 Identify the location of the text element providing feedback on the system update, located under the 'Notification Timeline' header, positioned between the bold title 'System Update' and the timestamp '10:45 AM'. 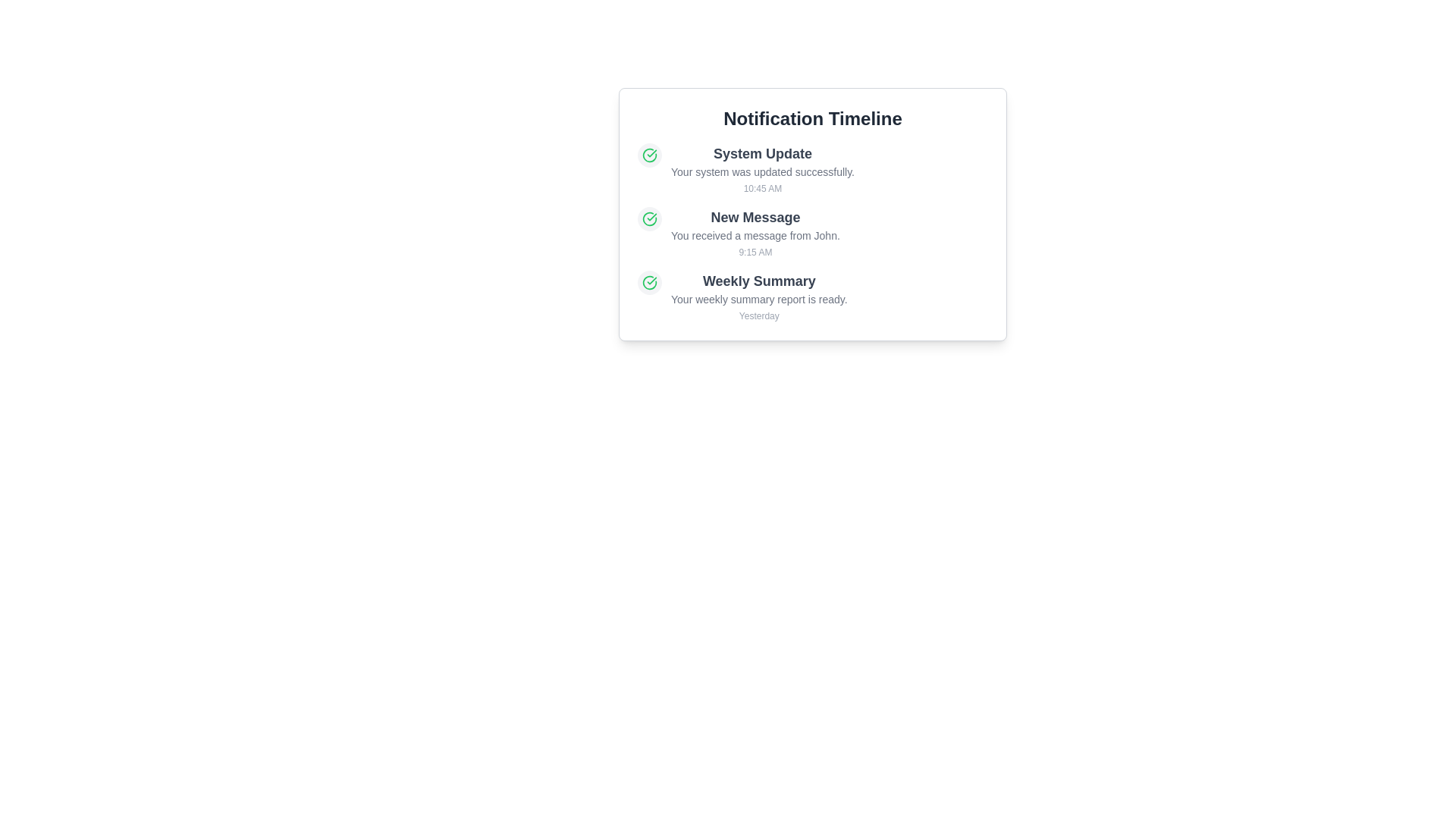
(763, 171).